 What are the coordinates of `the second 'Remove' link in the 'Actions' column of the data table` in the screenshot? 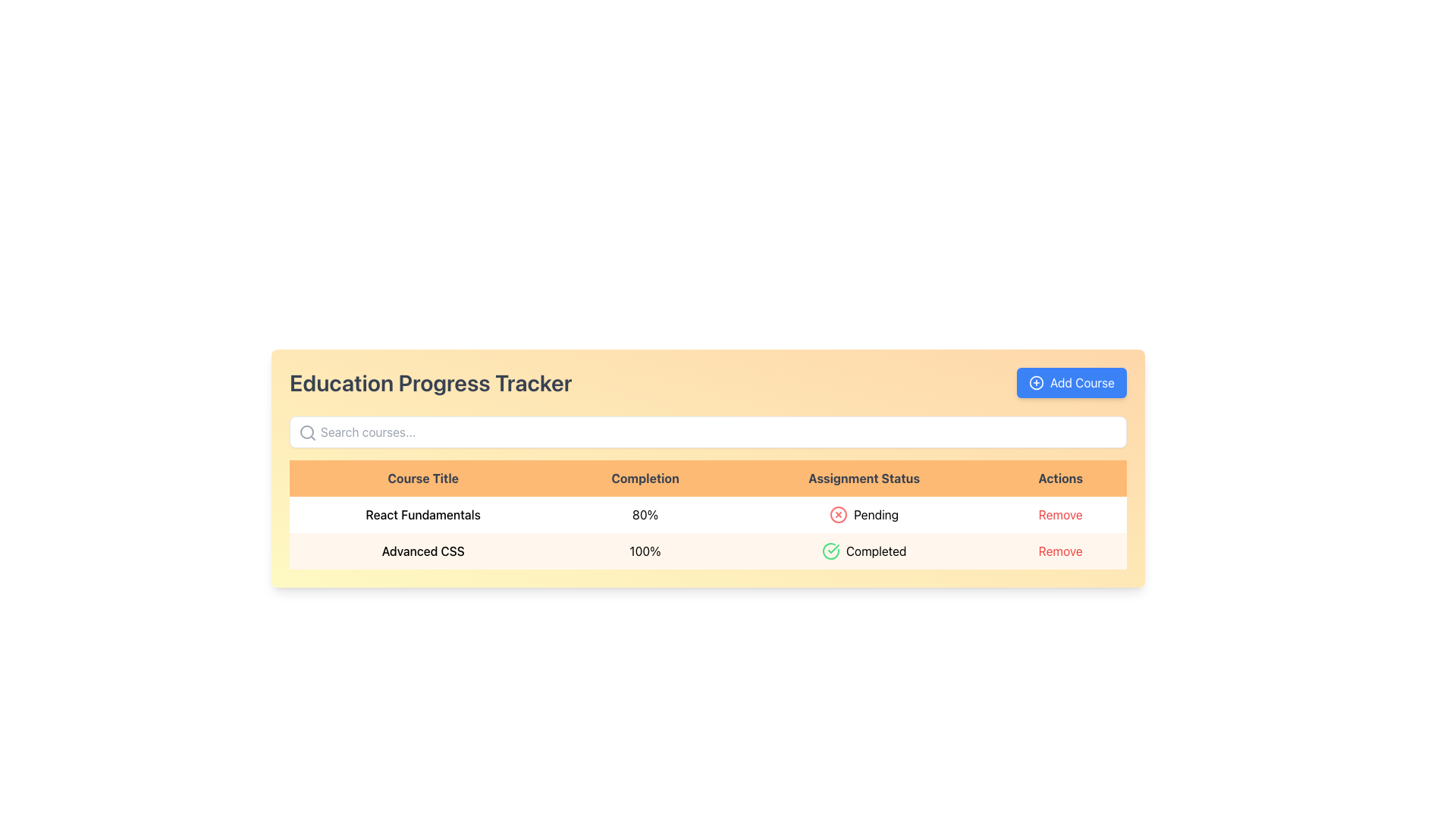 It's located at (1059, 551).